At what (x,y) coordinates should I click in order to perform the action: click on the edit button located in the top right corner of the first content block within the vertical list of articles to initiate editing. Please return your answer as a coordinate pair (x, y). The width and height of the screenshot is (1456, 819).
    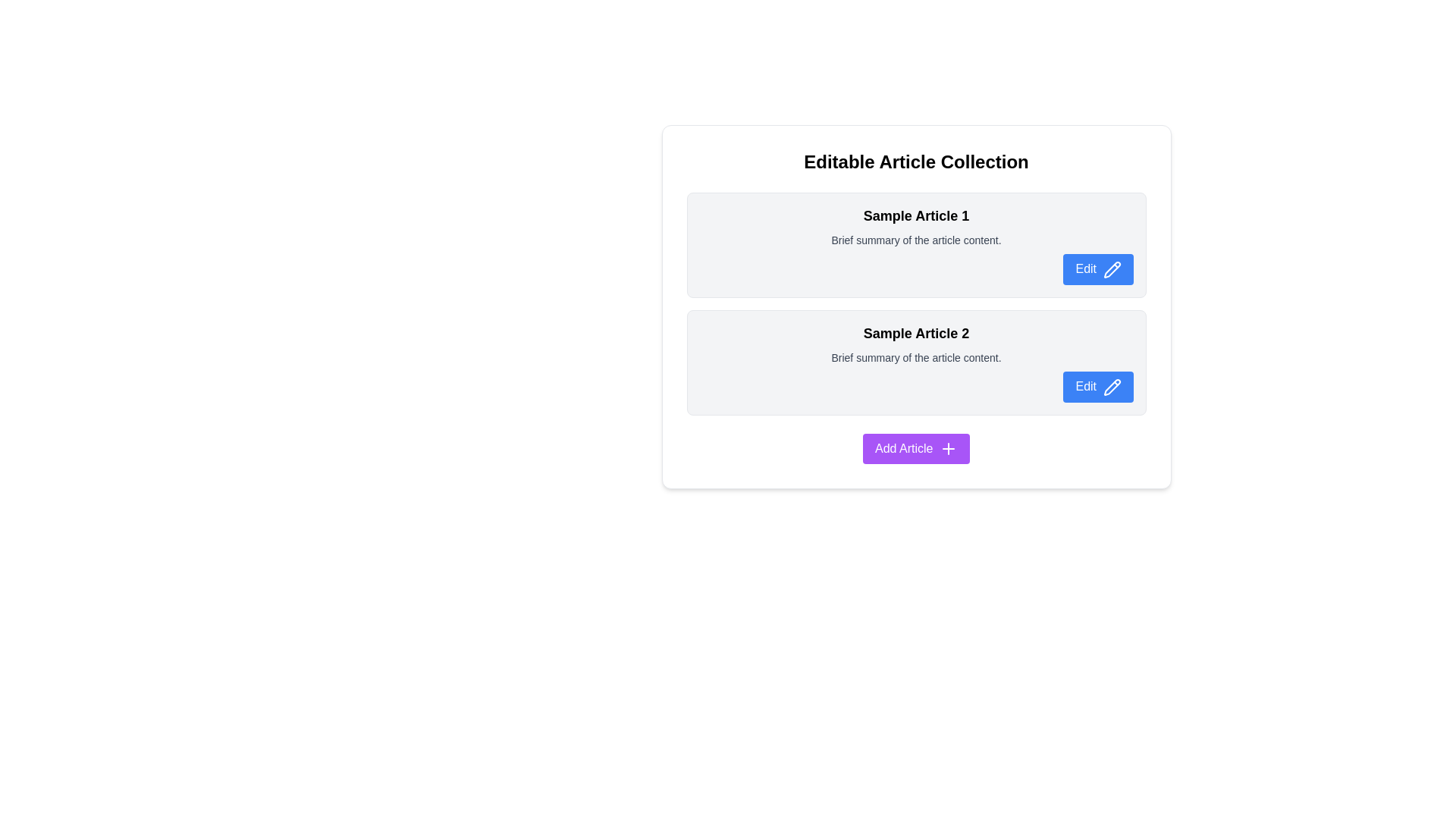
    Looking at the image, I should click on (1098, 268).